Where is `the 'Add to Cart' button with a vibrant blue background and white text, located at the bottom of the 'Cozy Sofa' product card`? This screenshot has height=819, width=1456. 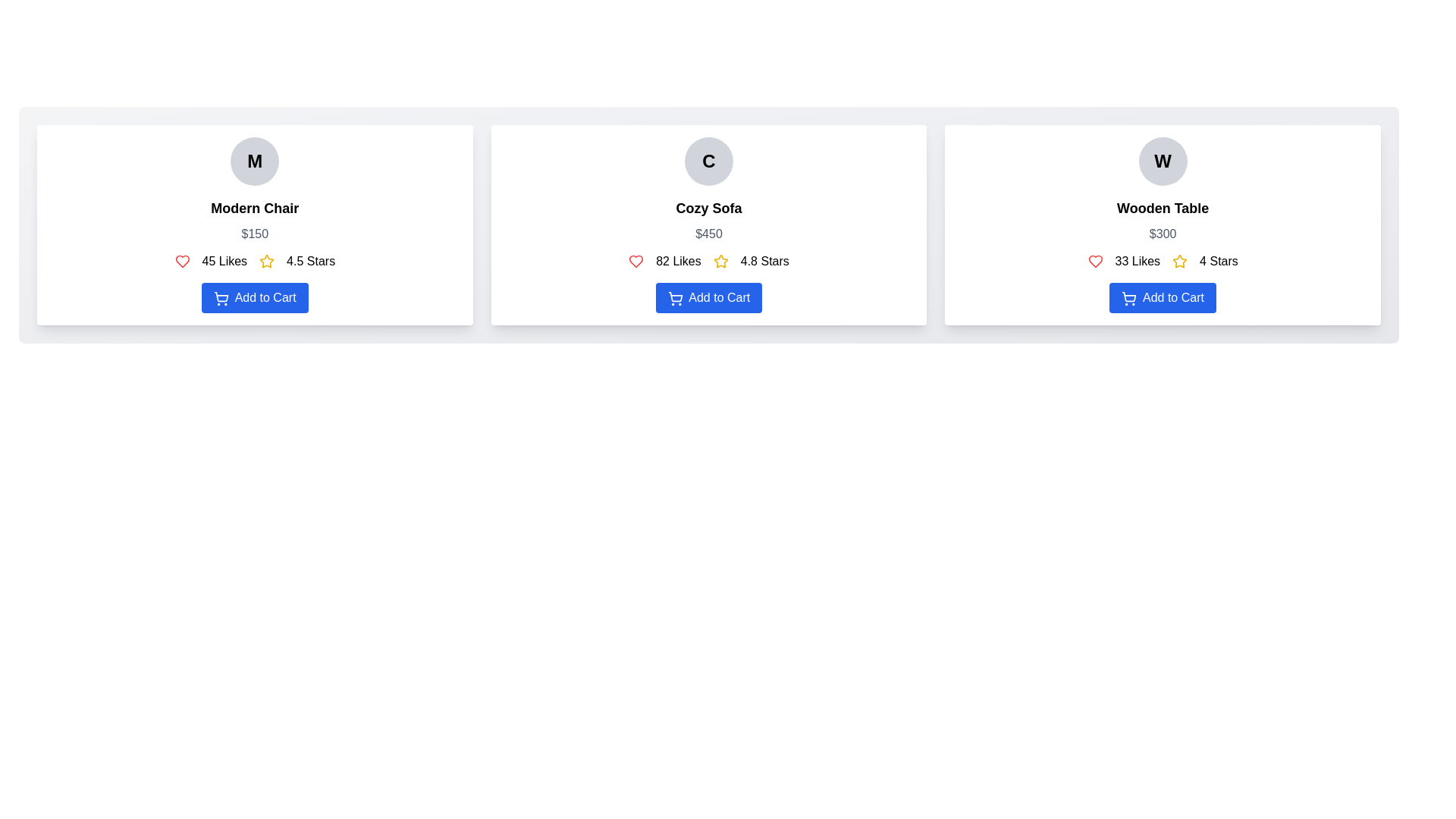
the 'Add to Cart' button with a vibrant blue background and white text, located at the bottom of the 'Cozy Sofa' product card is located at coordinates (708, 298).